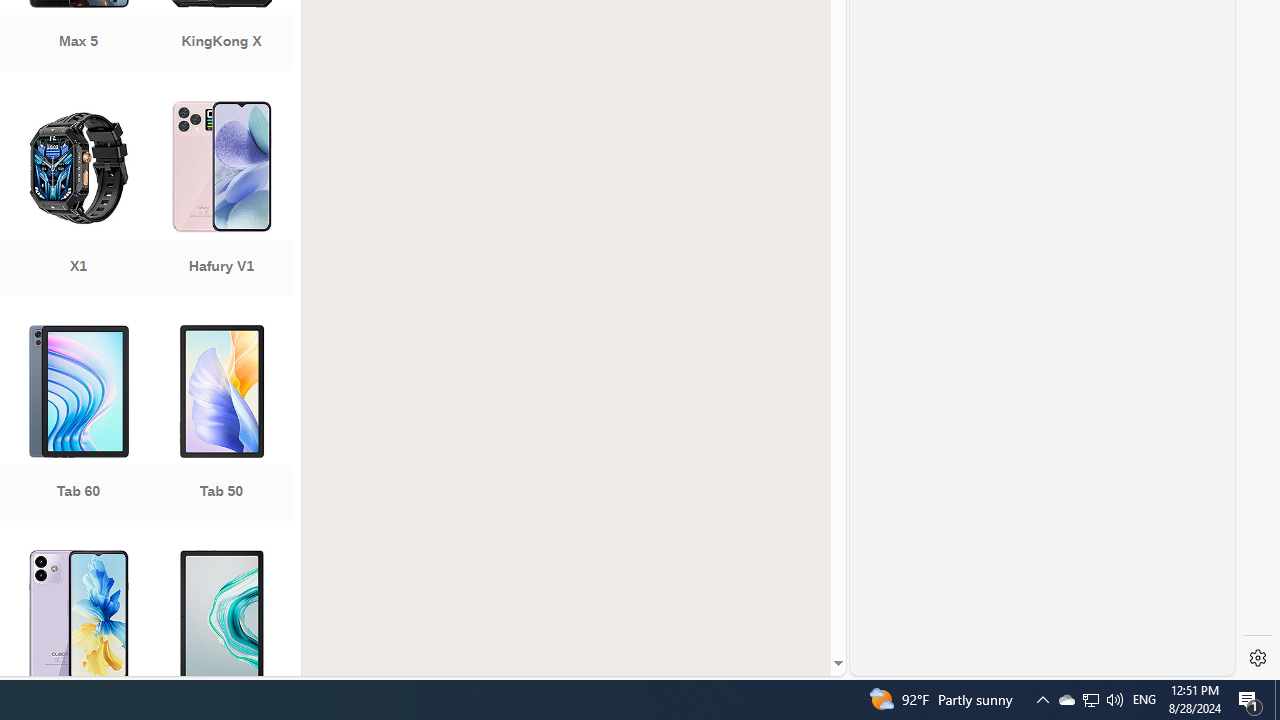  I want to click on 'X1', so click(78, 200).